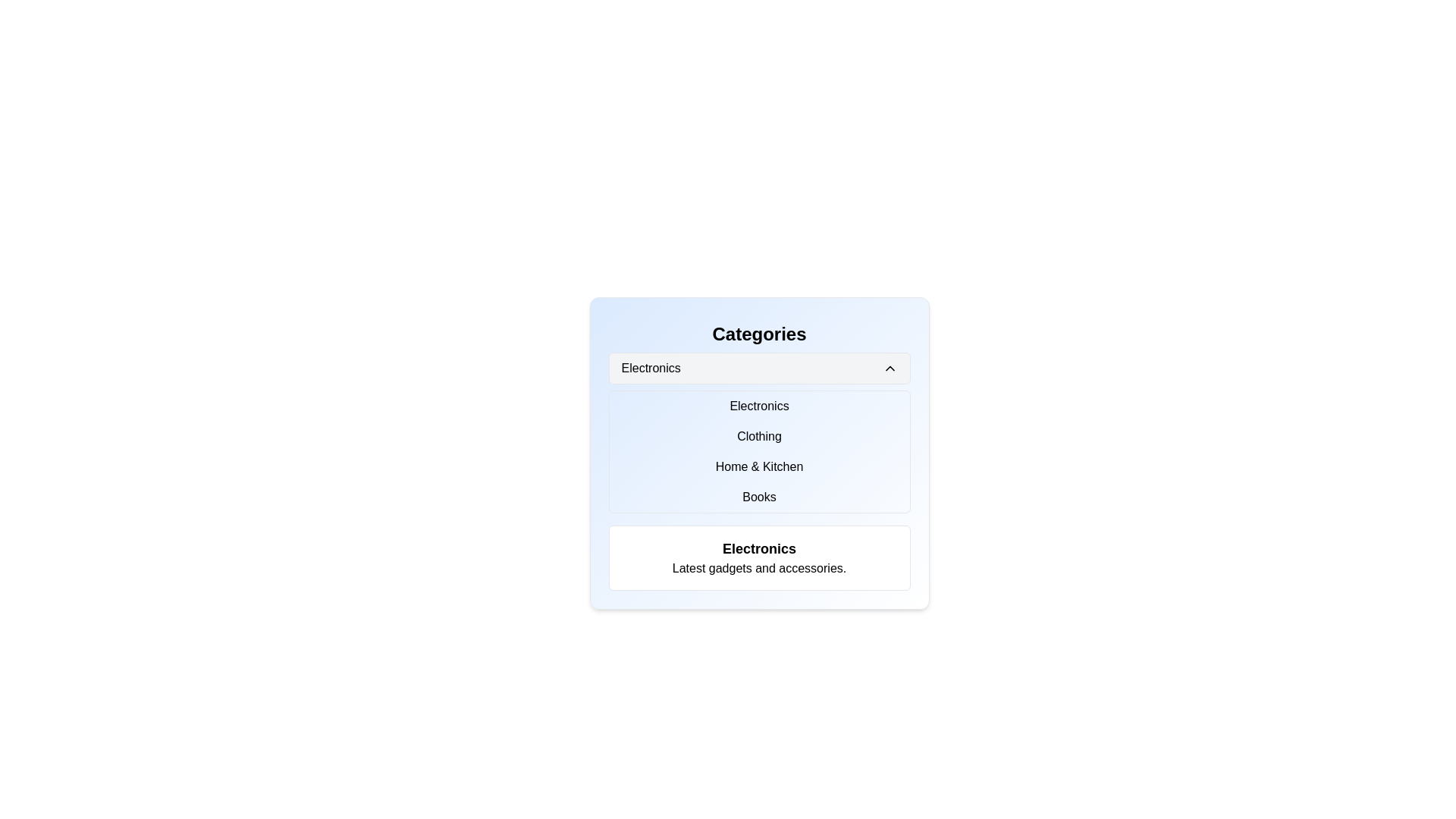 The width and height of the screenshot is (1456, 819). What do you see at coordinates (759, 497) in the screenshot?
I see `the text label 'Books' to activate its hover state, positioned as the last item in the 'Categories' list` at bounding box center [759, 497].